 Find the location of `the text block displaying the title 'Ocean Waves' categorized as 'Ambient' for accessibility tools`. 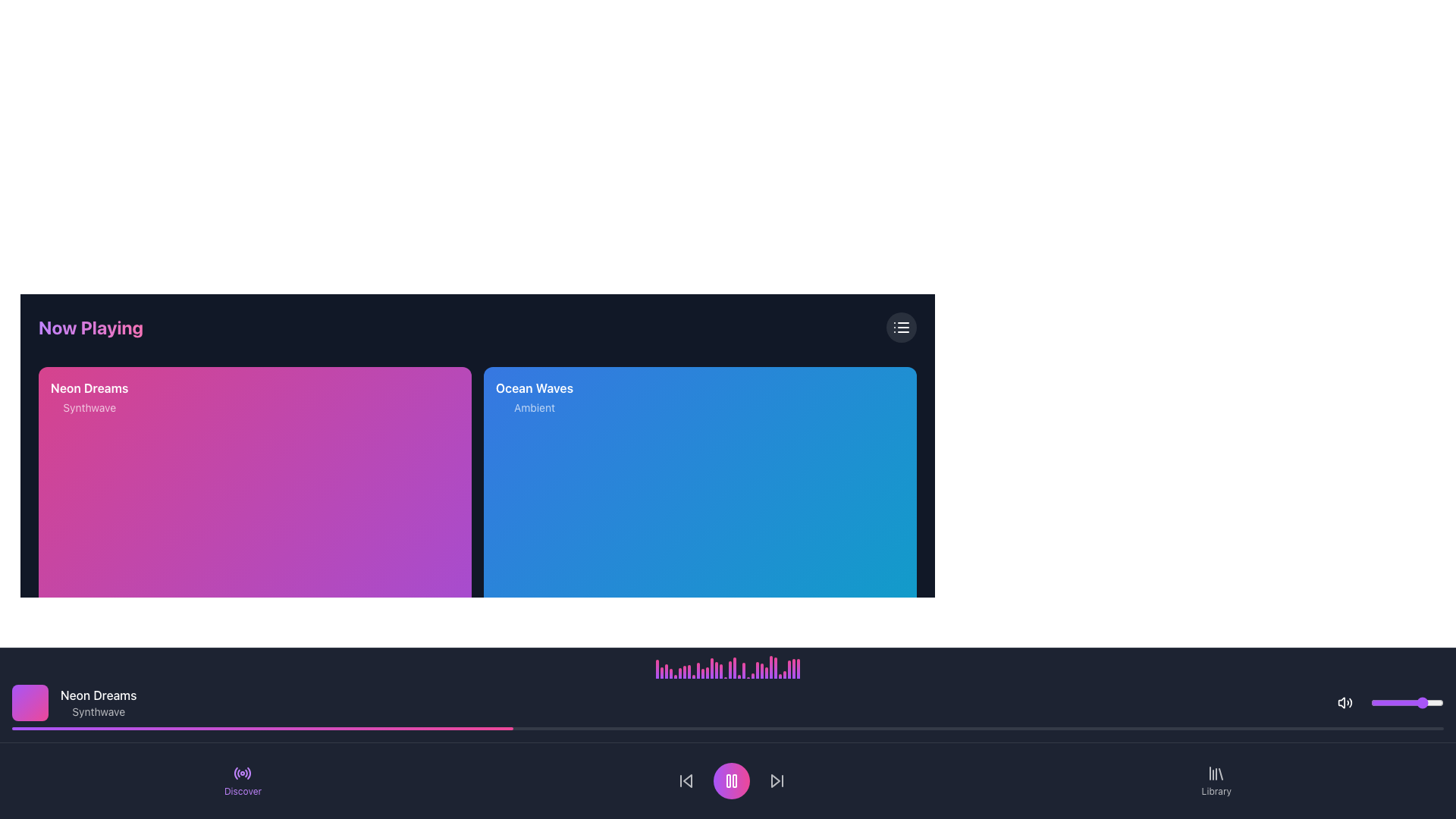

the text block displaying the title 'Ocean Waves' categorized as 'Ambient' for accessibility tools is located at coordinates (699, 397).